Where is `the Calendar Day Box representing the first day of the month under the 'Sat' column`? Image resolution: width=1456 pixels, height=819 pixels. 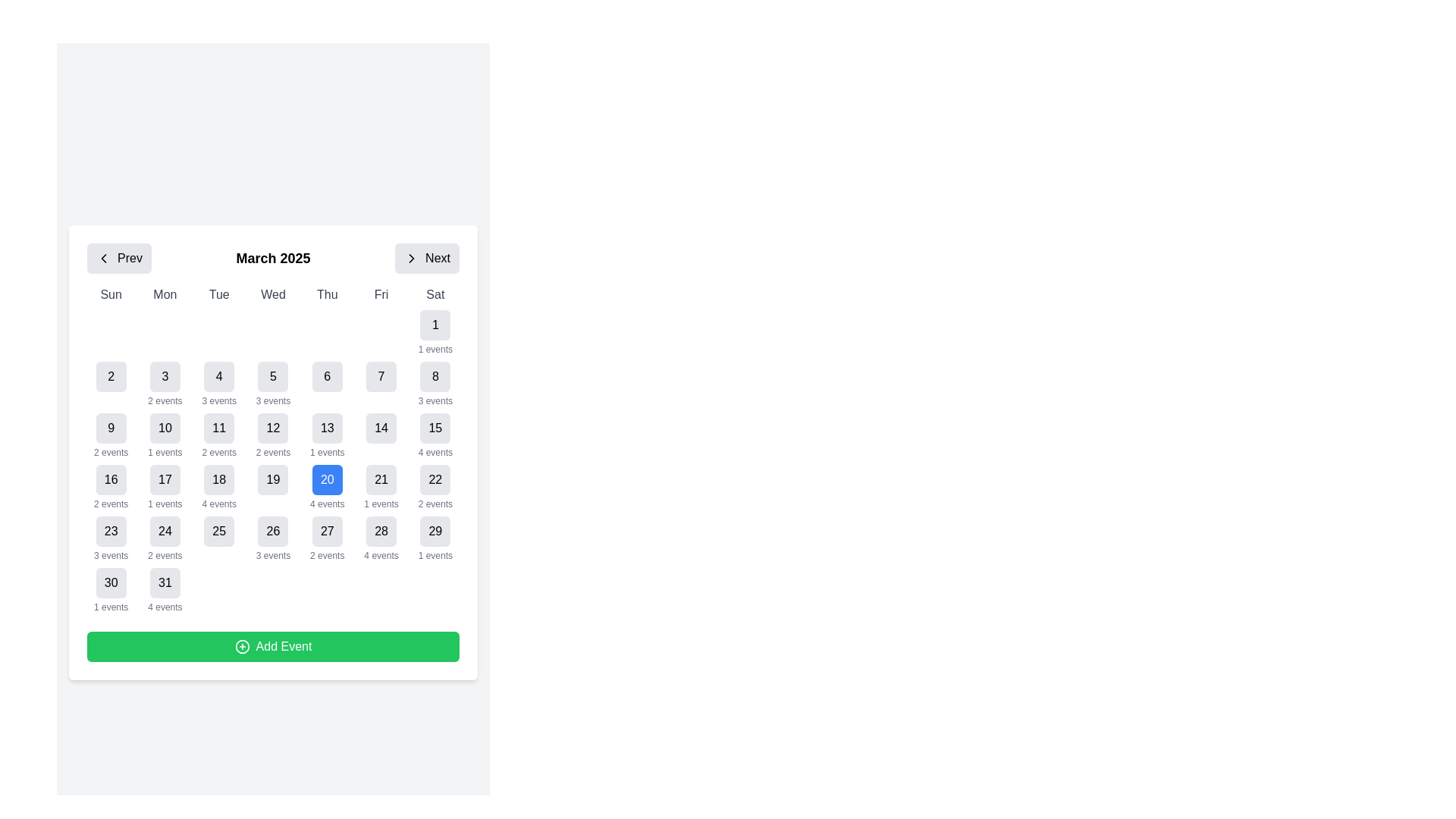
the Calendar Day Box representing the first day of the month under the 'Sat' column is located at coordinates (435, 332).